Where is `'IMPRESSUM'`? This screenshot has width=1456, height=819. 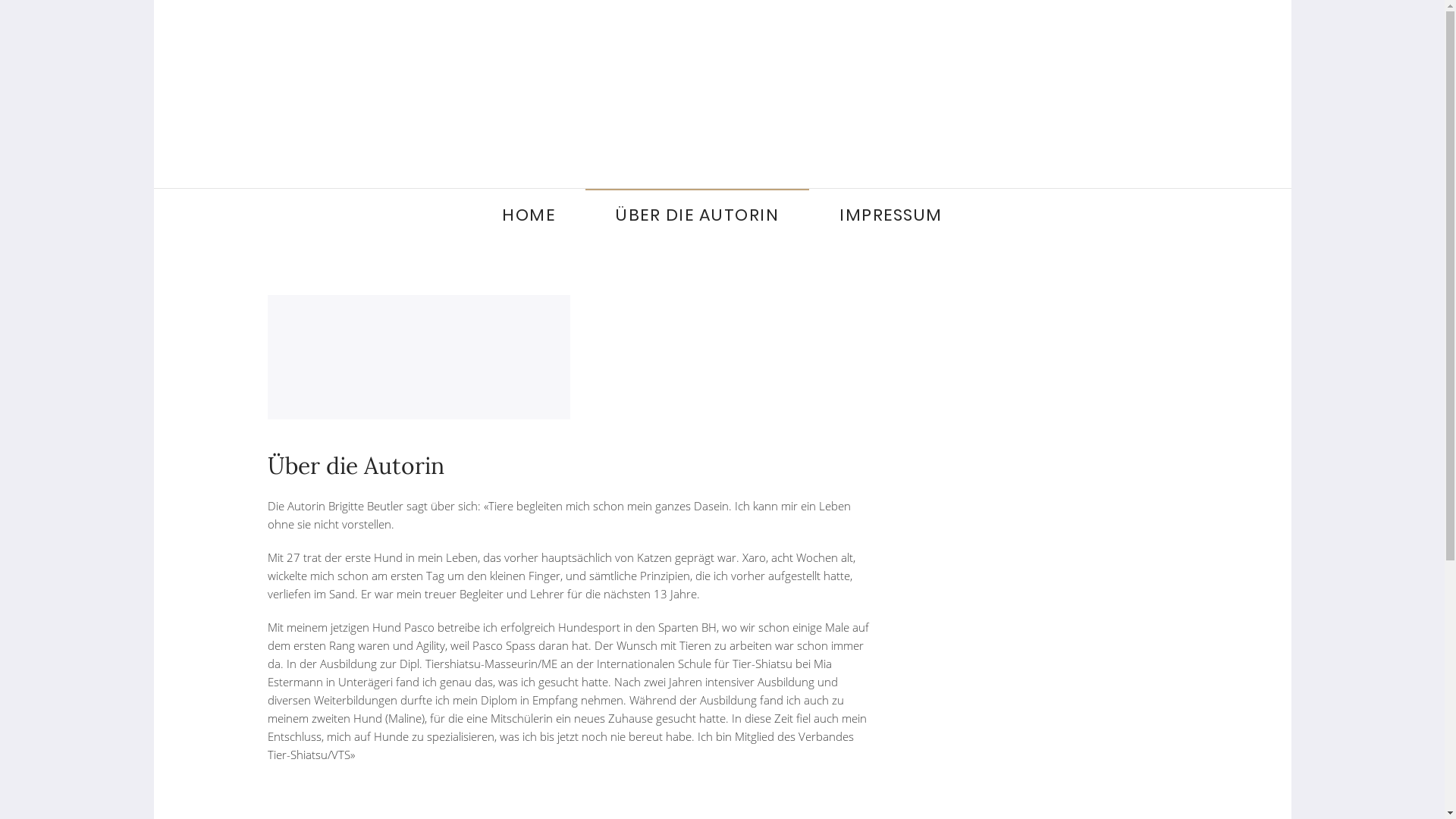
'IMPRESSUM' is located at coordinates (891, 215).